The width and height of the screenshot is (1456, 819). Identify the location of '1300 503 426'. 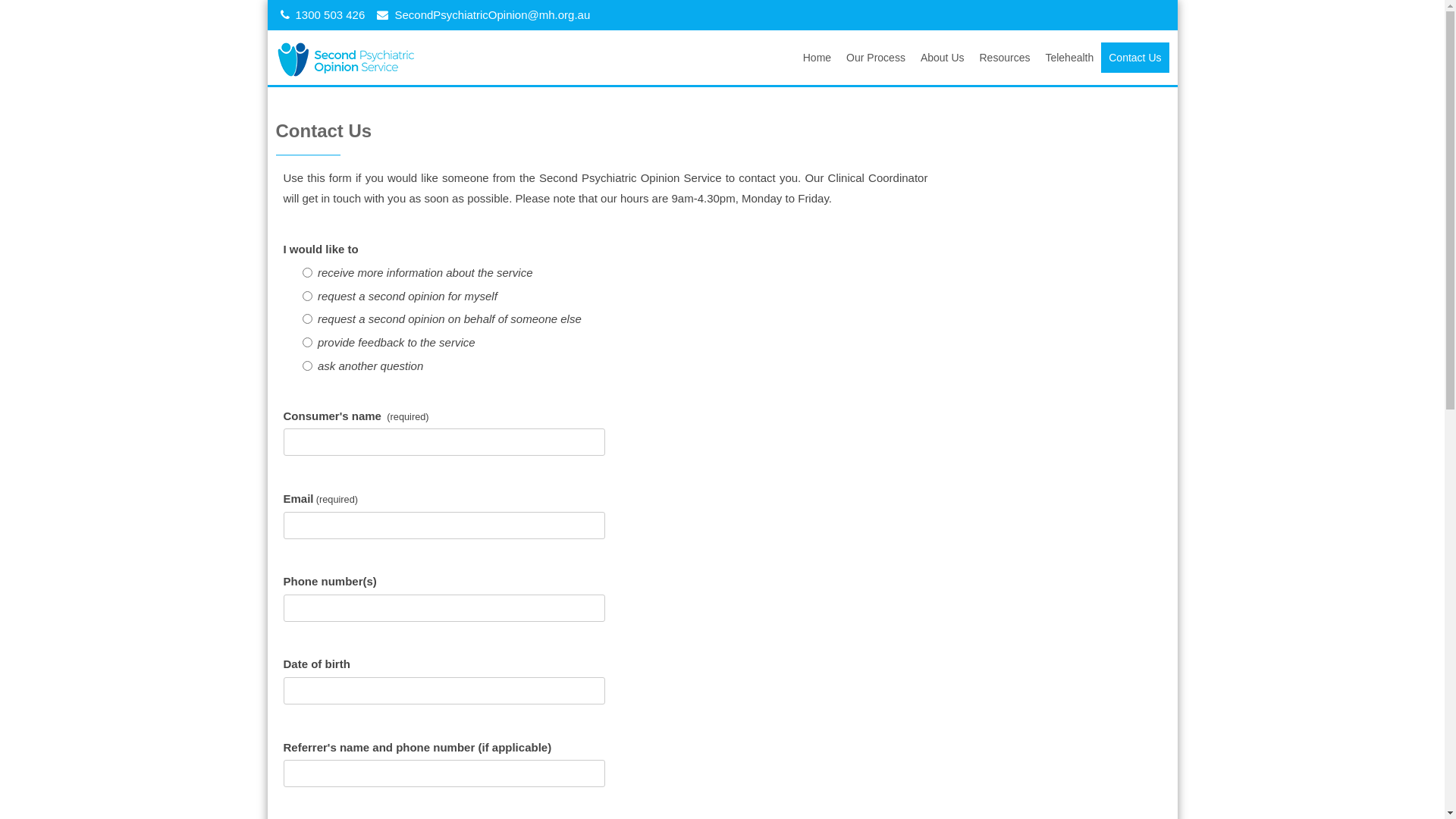
(330, 14).